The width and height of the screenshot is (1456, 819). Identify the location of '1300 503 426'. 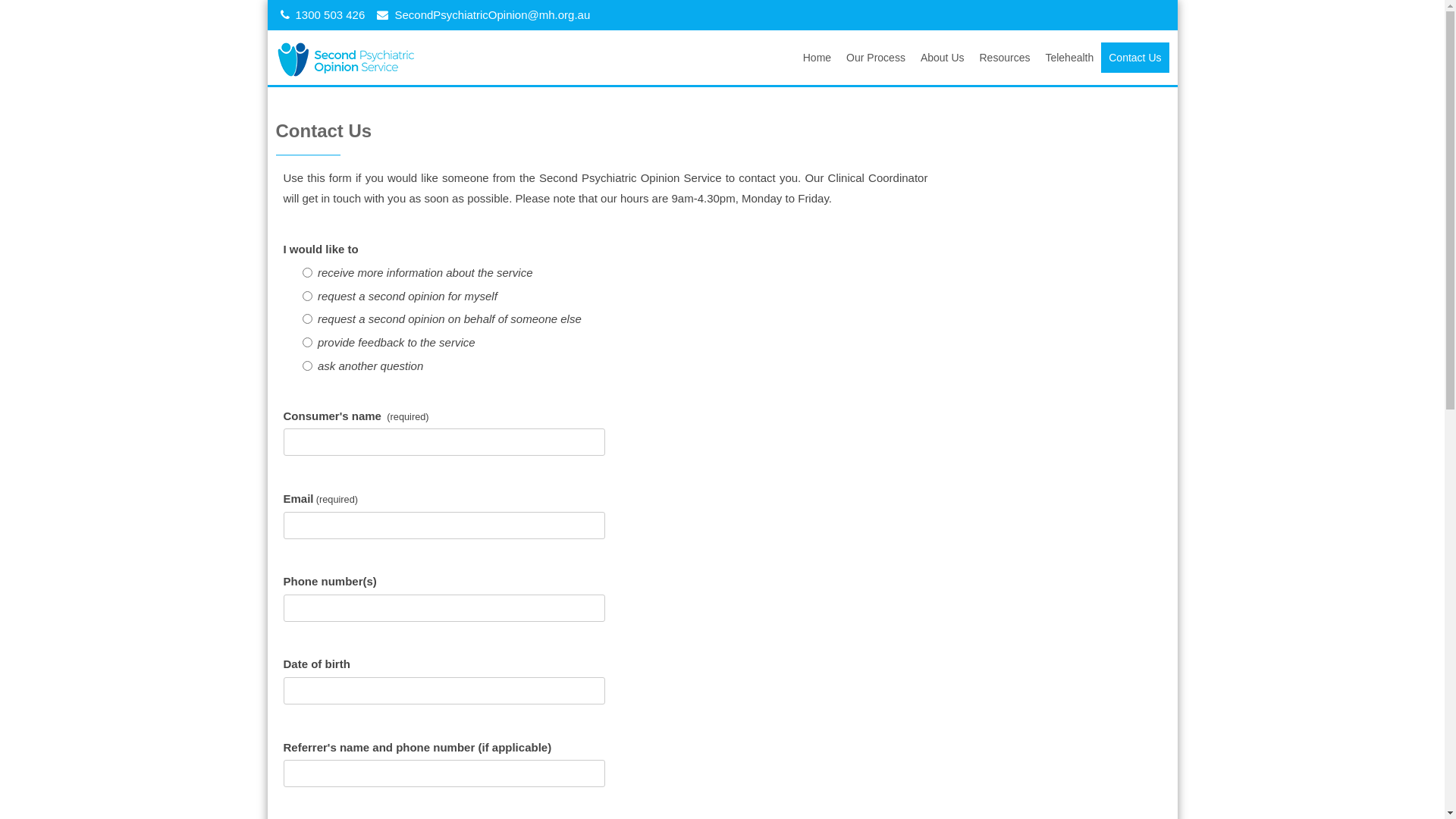
(330, 14).